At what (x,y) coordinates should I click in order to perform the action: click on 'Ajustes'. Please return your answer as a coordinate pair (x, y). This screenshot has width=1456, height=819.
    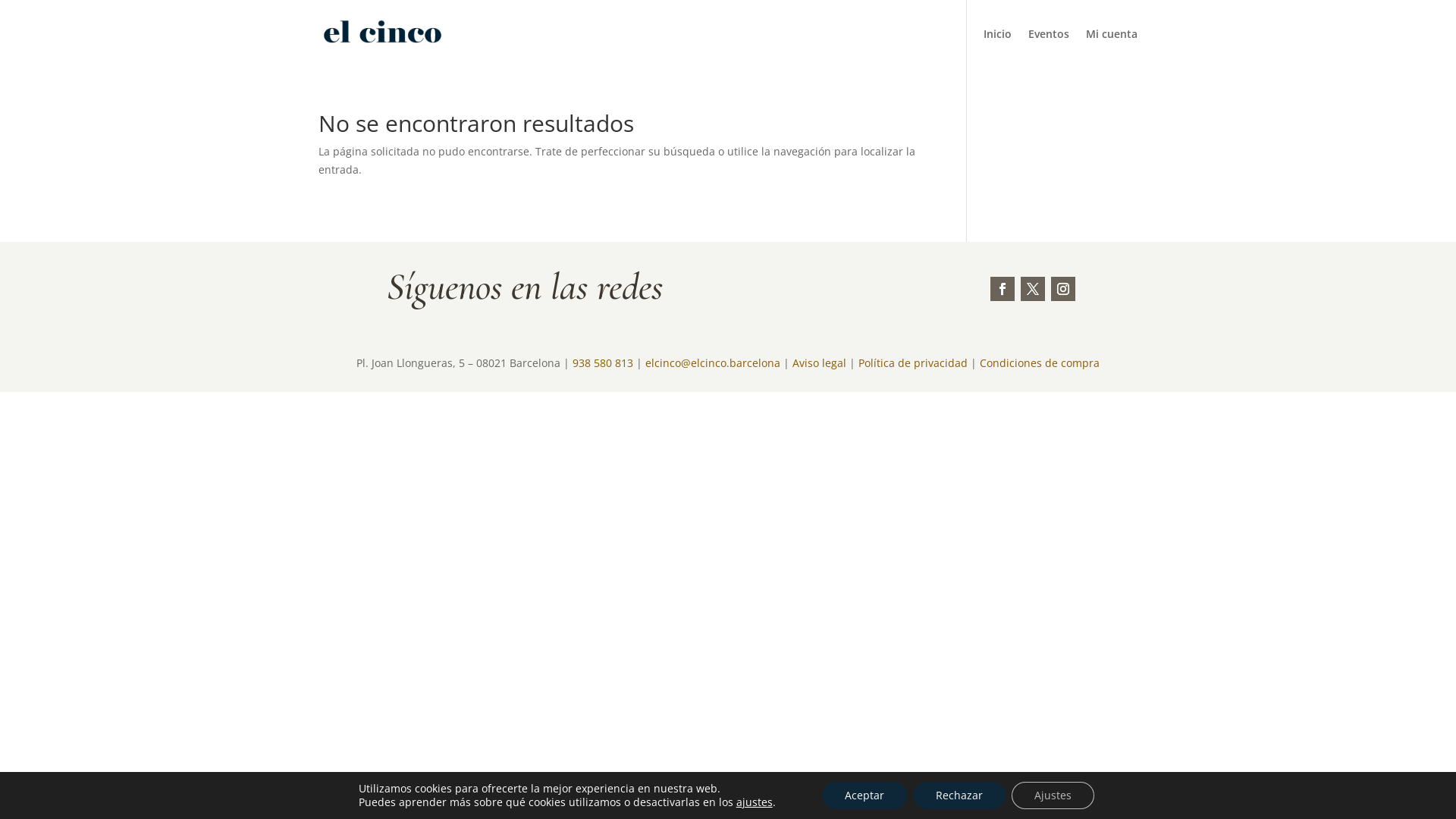
    Looking at the image, I should click on (1052, 795).